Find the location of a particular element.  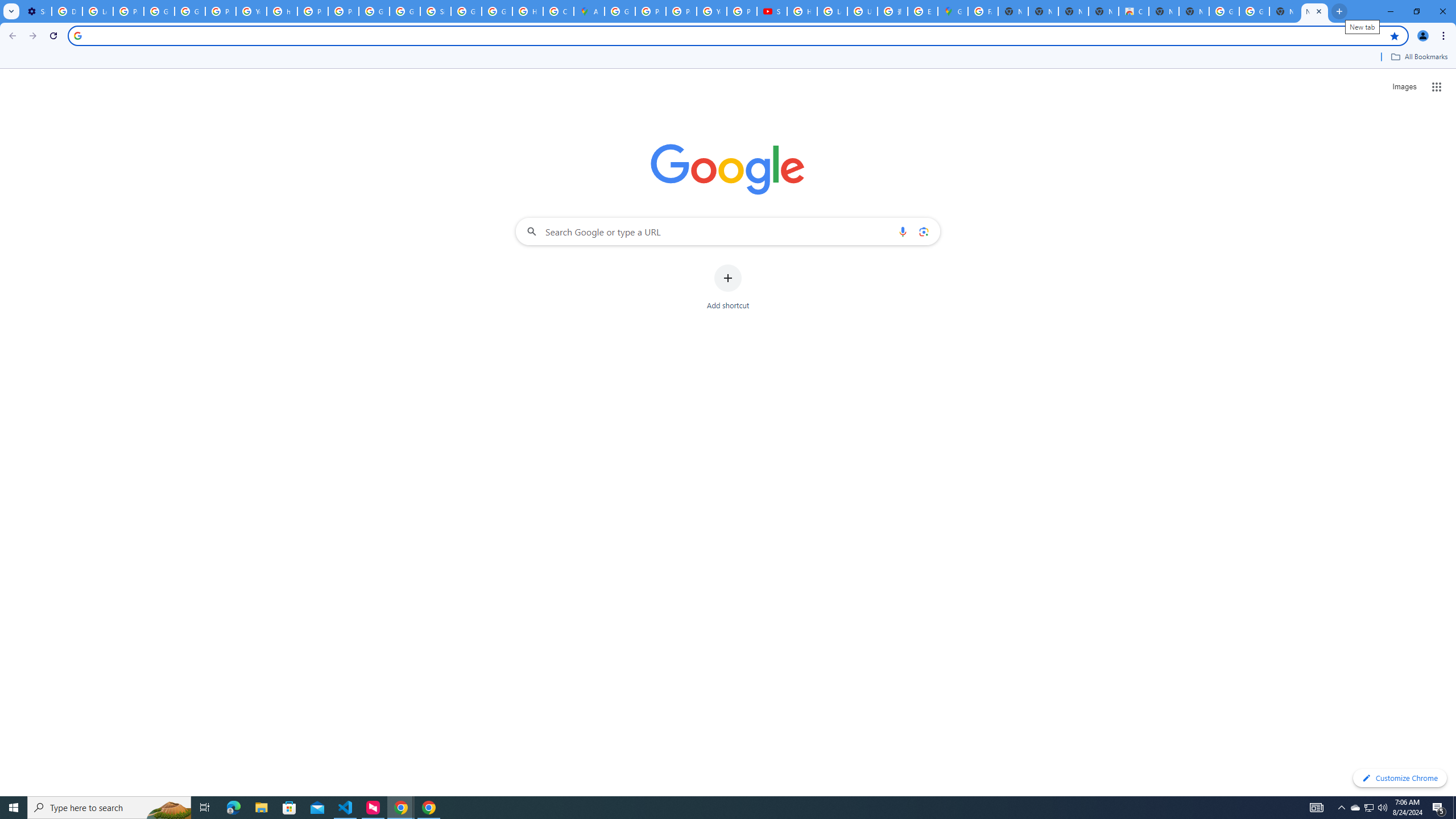

'How Chrome protects your passwords - Google Chrome Help' is located at coordinates (802, 11).